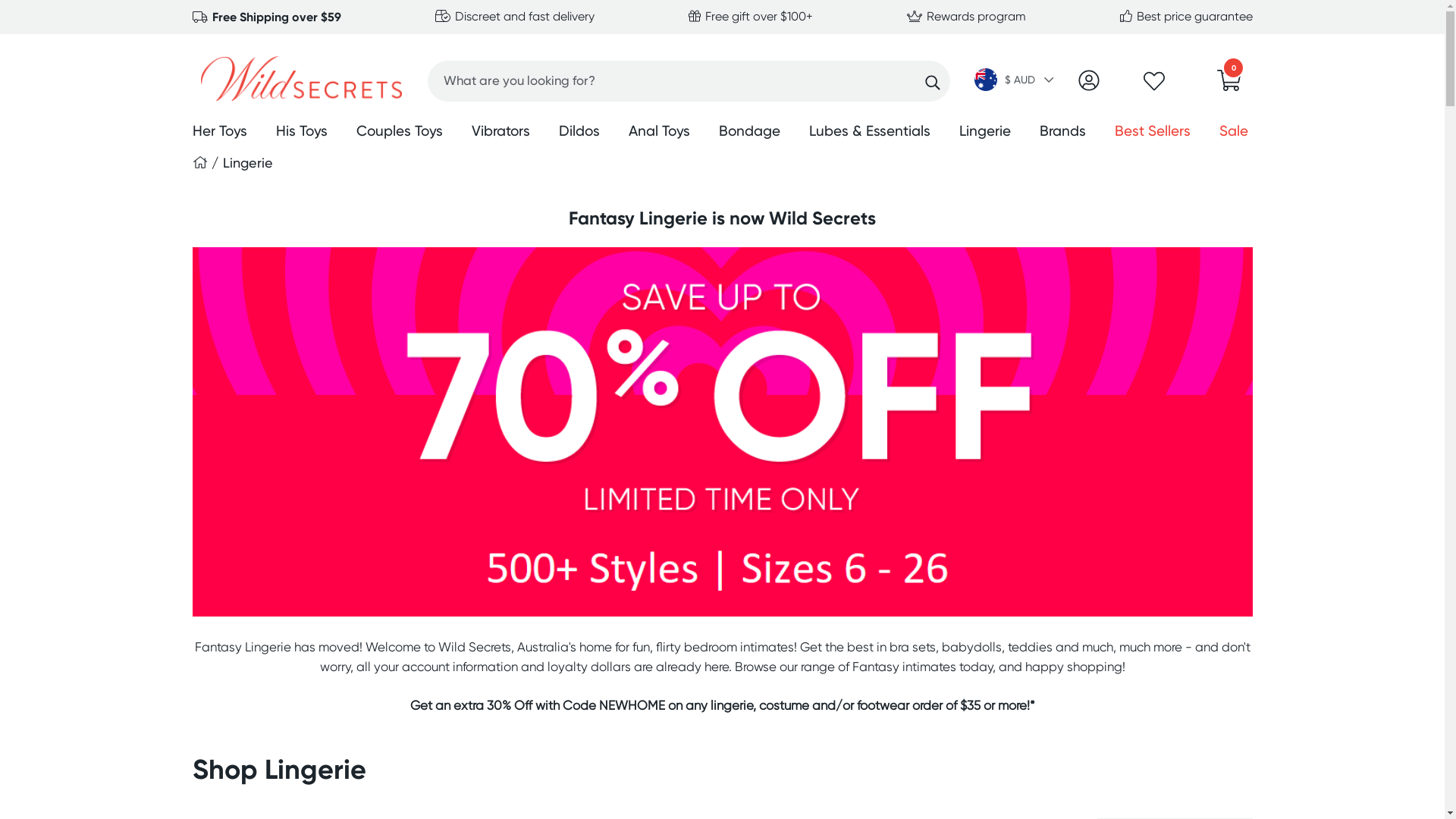  I want to click on 'Best price guarantee', so click(1185, 16).